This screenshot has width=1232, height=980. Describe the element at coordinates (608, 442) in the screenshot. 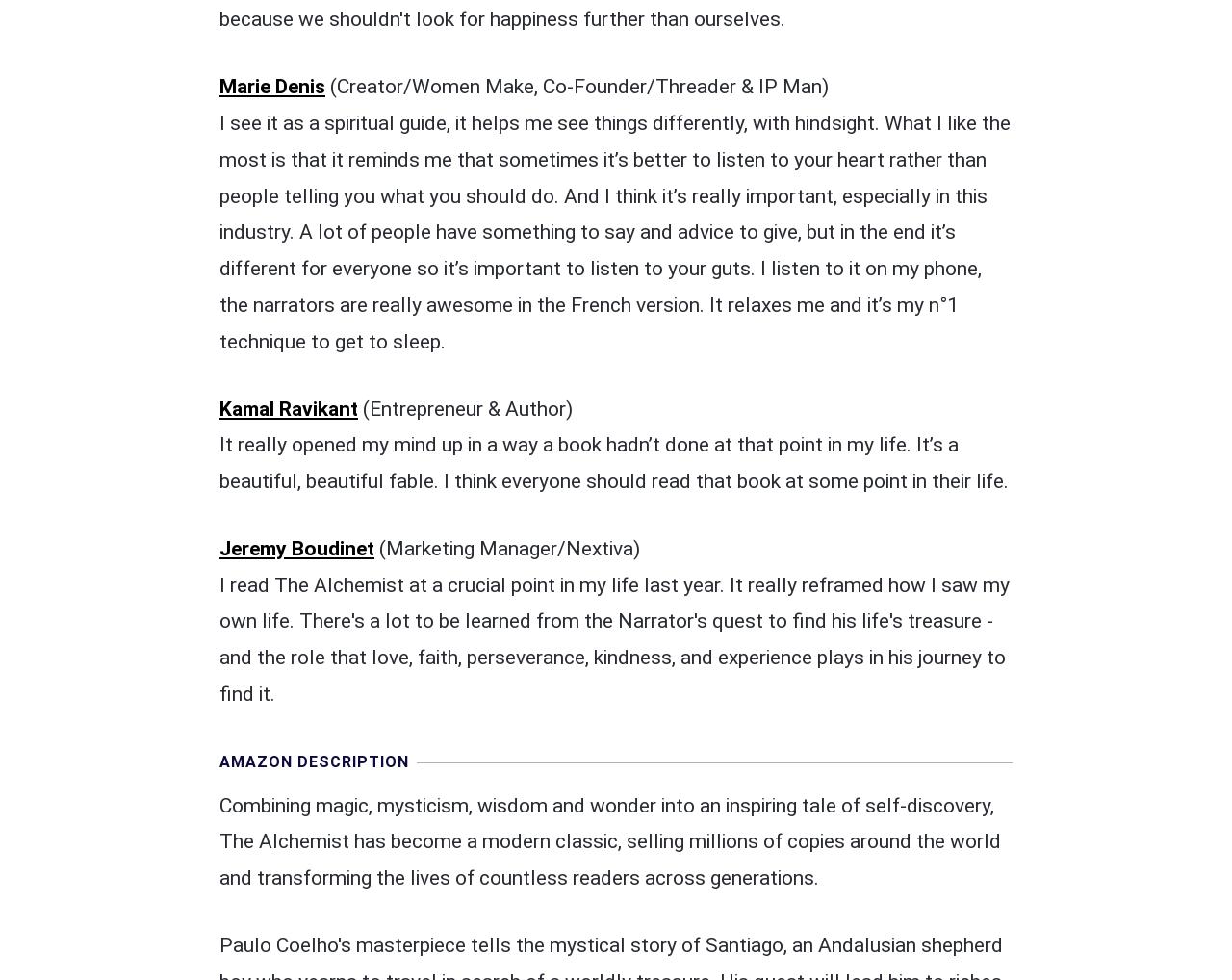

I see `'Combining magic, mysticism, wisdom and wonder into an inspiring tale of self-discovery, The Alchemist has become a modern classic, selling millions of copies around the world and transforming the lives of countless readers across generations.'` at that location.